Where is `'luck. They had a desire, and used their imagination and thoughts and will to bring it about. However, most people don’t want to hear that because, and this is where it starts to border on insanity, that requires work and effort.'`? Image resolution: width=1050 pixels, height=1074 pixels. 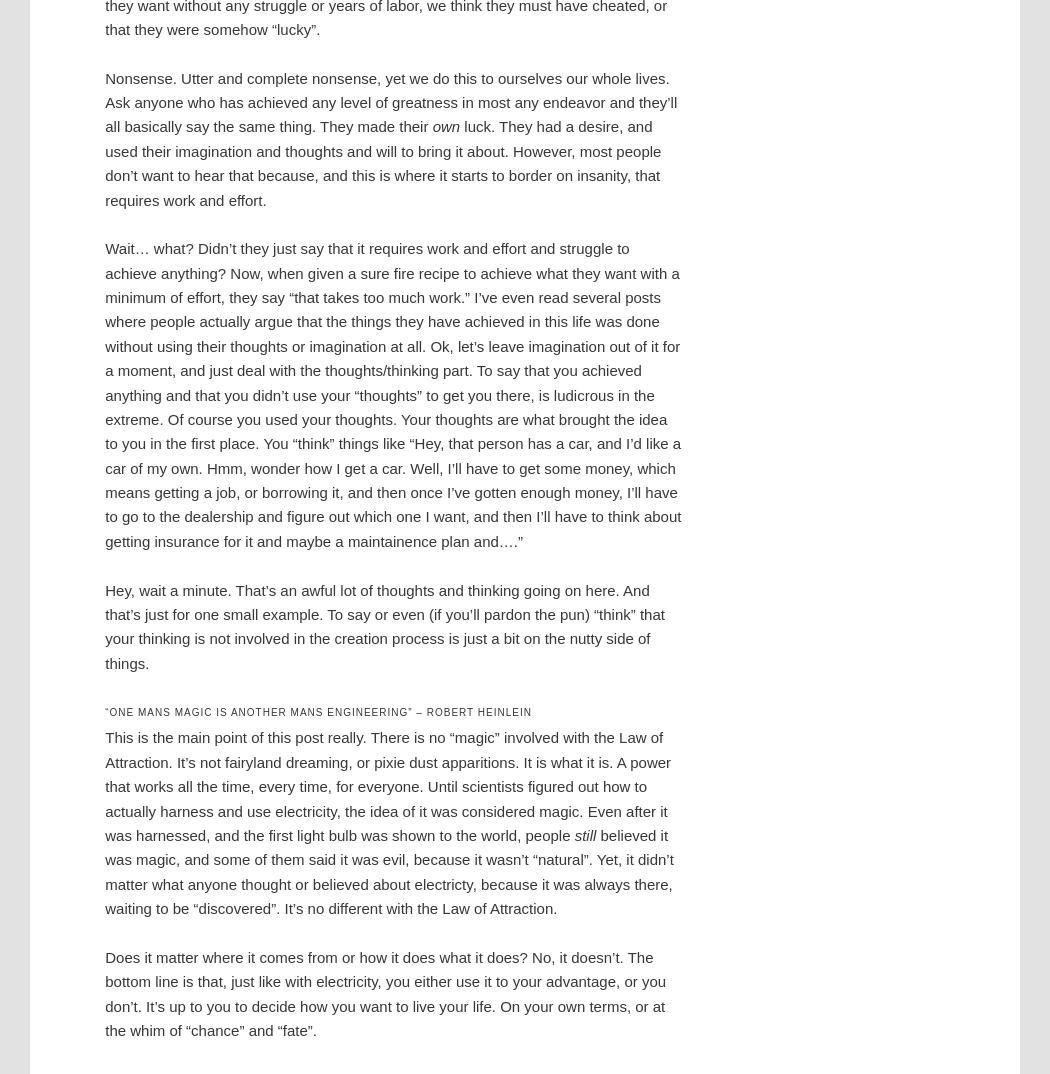 'luck. They had a desire, and used their imagination and thoughts and will to bring it about. However, most people don’t want to hear that because, and this is where it starts to border on insanity, that requires work and effort.' is located at coordinates (383, 163).